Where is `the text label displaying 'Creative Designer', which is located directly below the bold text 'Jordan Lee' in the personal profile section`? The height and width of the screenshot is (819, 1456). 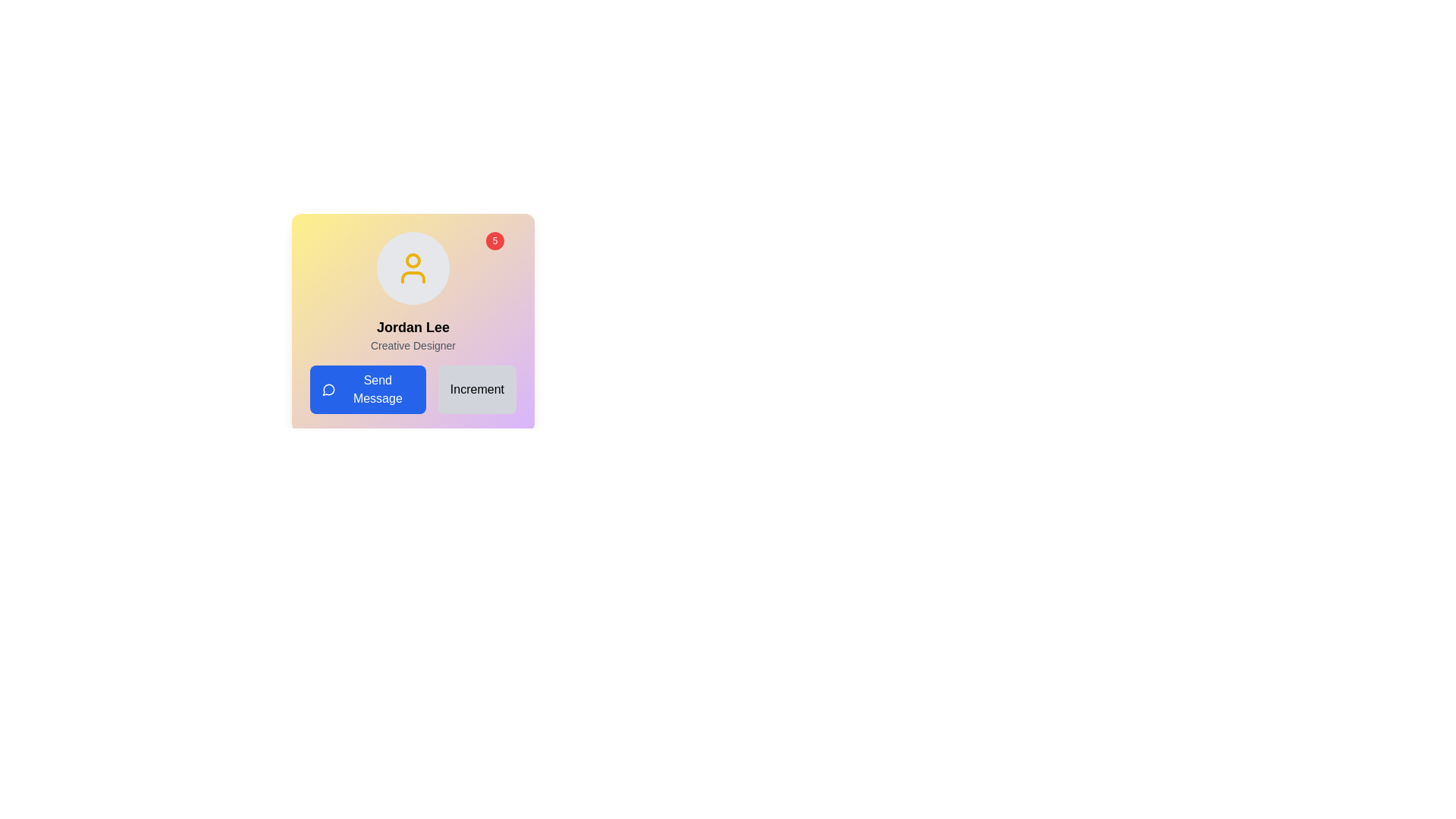 the text label displaying 'Creative Designer', which is located directly below the bold text 'Jordan Lee' in the personal profile section is located at coordinates (413, 345).